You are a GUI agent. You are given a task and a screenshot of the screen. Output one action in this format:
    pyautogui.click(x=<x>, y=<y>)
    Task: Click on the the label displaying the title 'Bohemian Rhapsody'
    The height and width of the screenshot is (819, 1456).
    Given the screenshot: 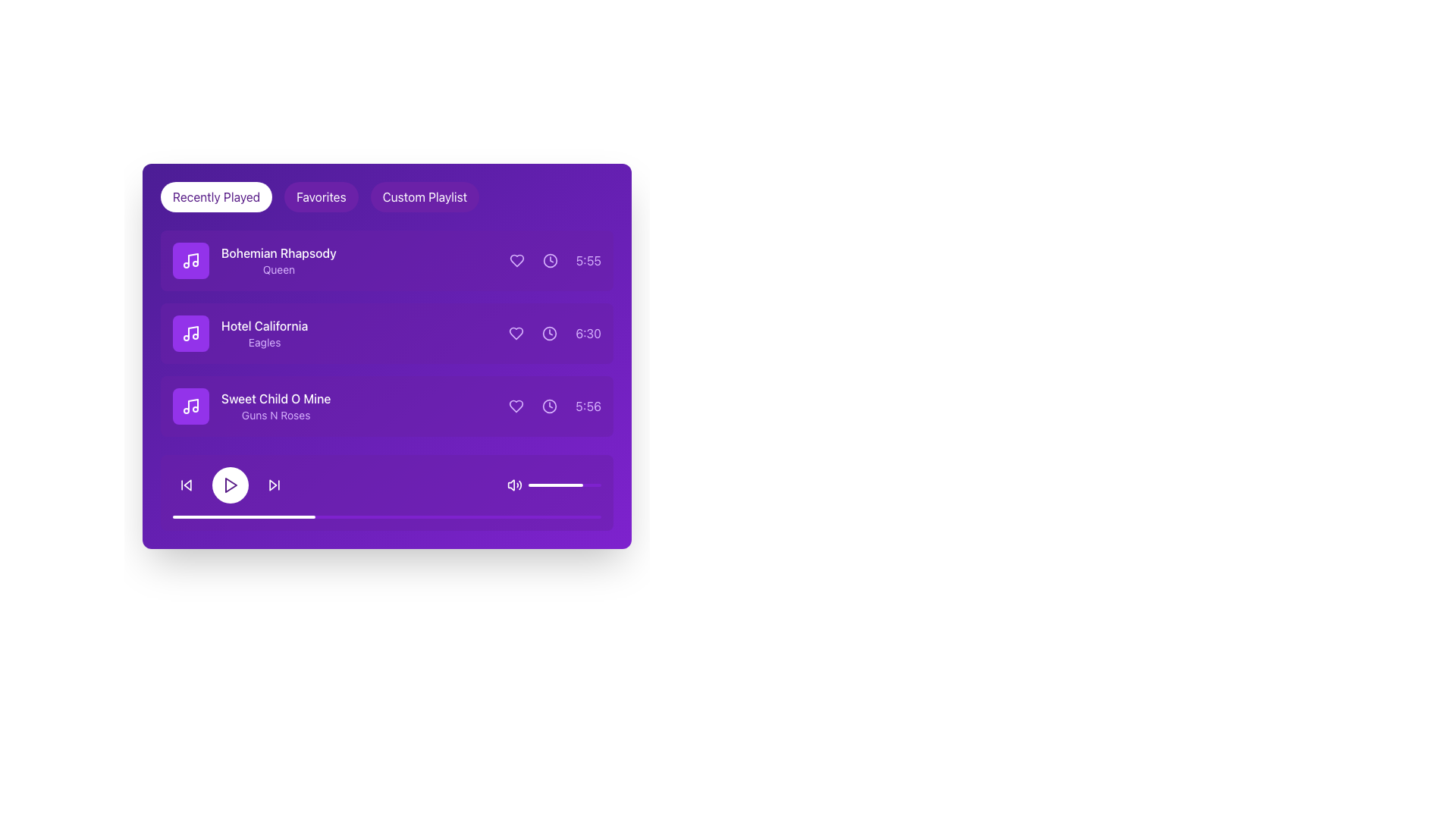 What is the action you would take?
    pyautogui.click(x=278, y=253)
    